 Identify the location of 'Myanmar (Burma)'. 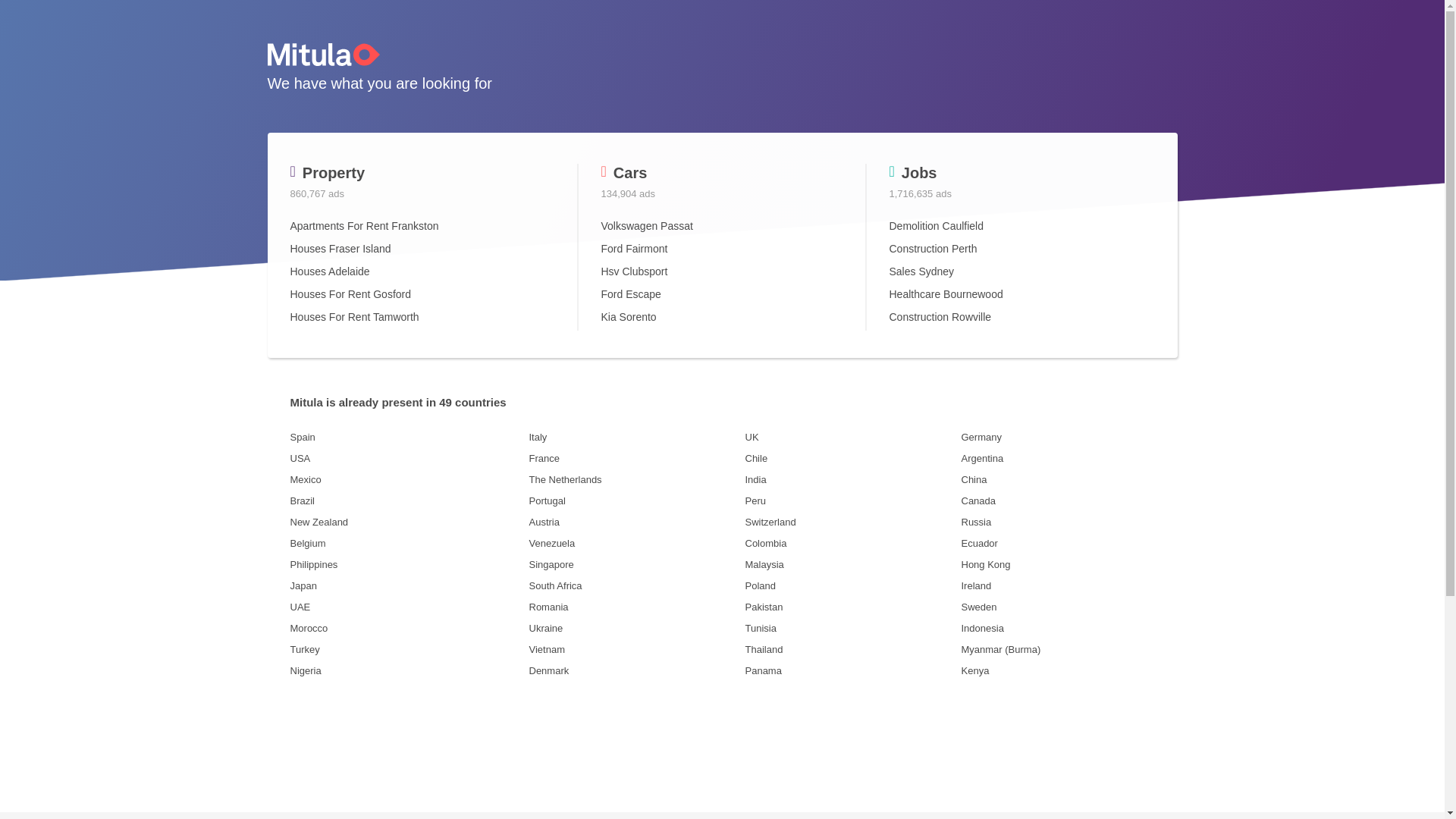
(1057, 648).